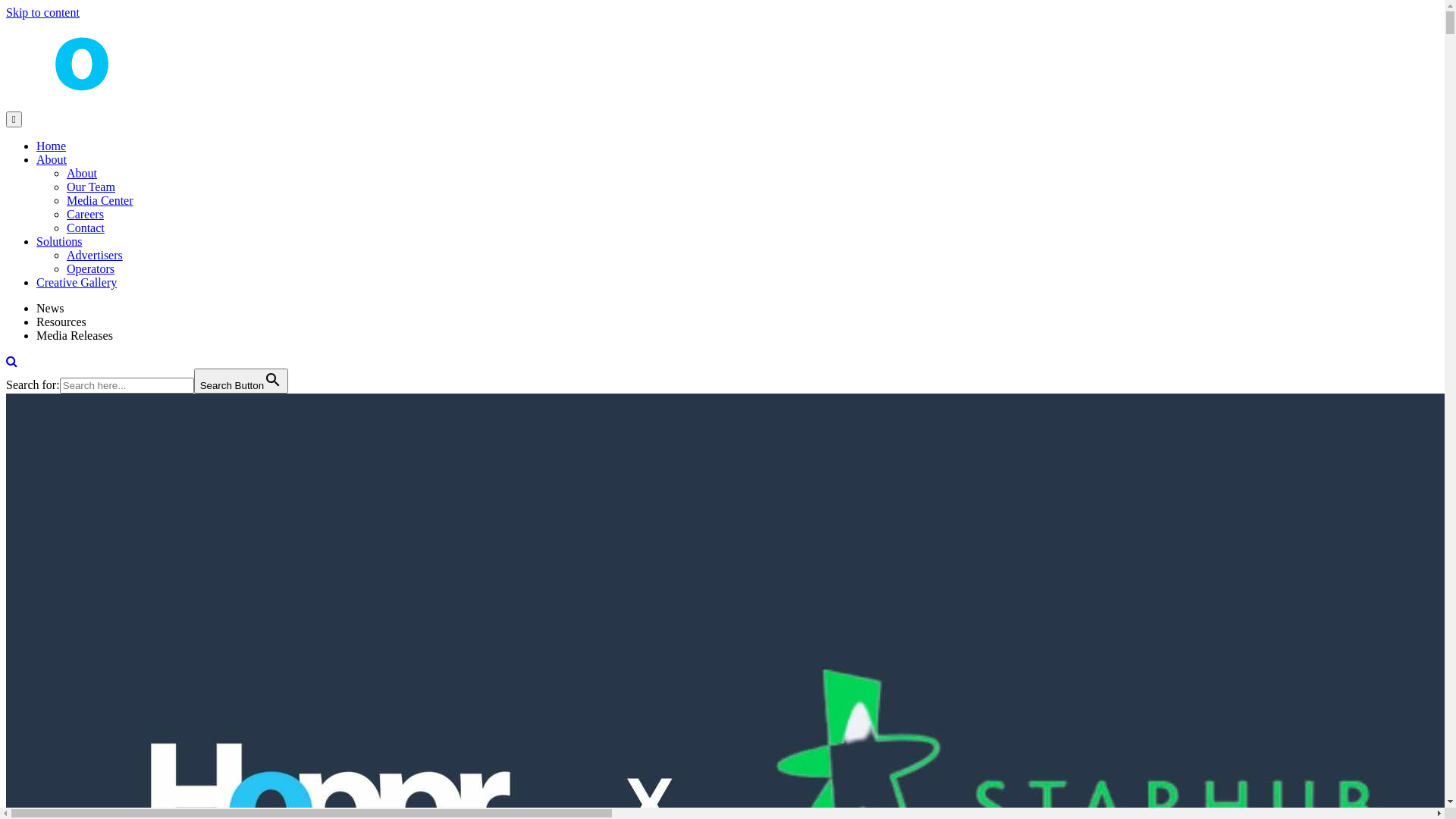 The height and width of the screenshot is (819, 1456). Describe the element at coordinates (84, 214) in the screenshot. I see `'Careers'` at that location.